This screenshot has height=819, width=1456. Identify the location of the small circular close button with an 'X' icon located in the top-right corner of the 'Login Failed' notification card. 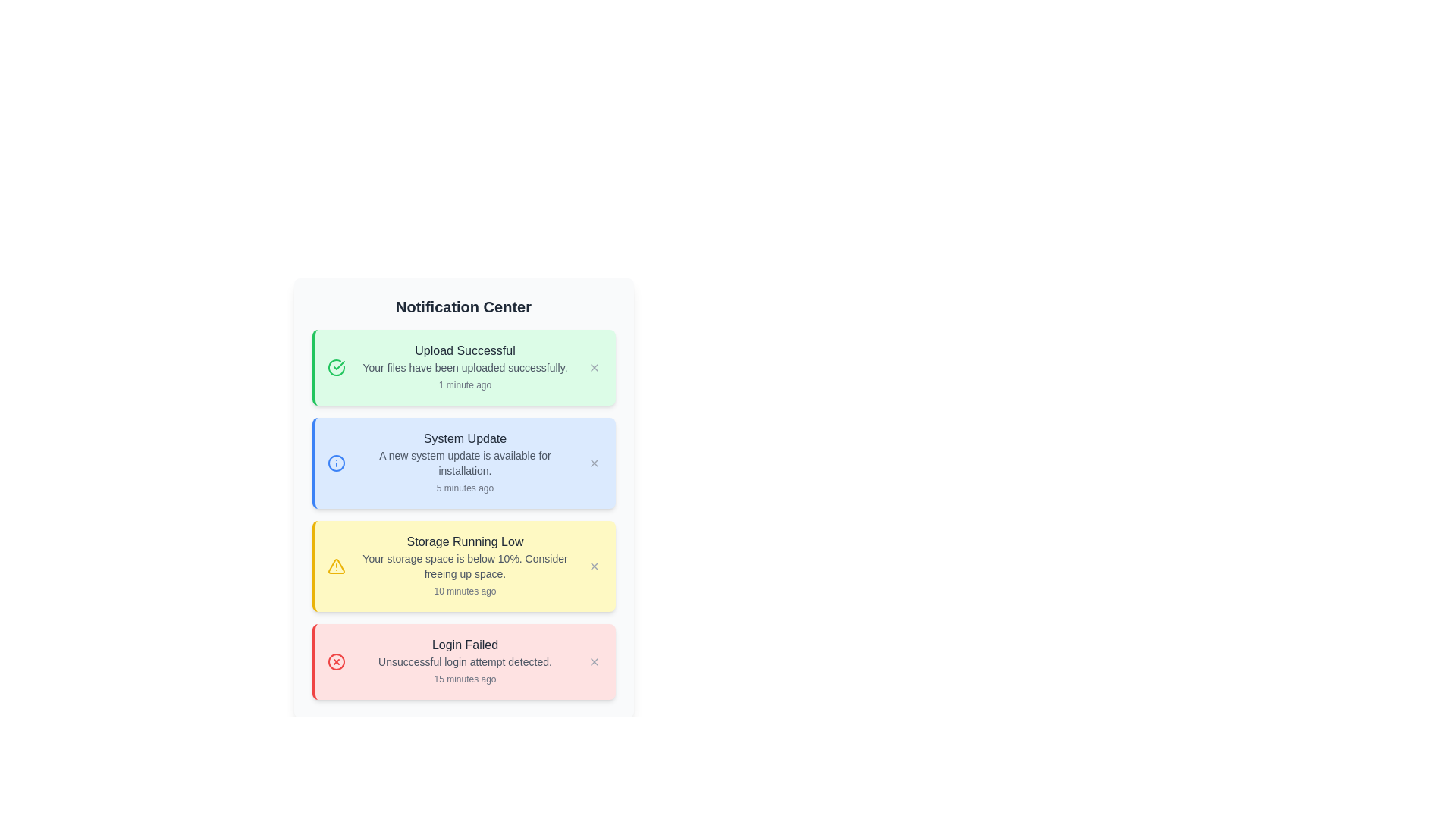
(593, 661).